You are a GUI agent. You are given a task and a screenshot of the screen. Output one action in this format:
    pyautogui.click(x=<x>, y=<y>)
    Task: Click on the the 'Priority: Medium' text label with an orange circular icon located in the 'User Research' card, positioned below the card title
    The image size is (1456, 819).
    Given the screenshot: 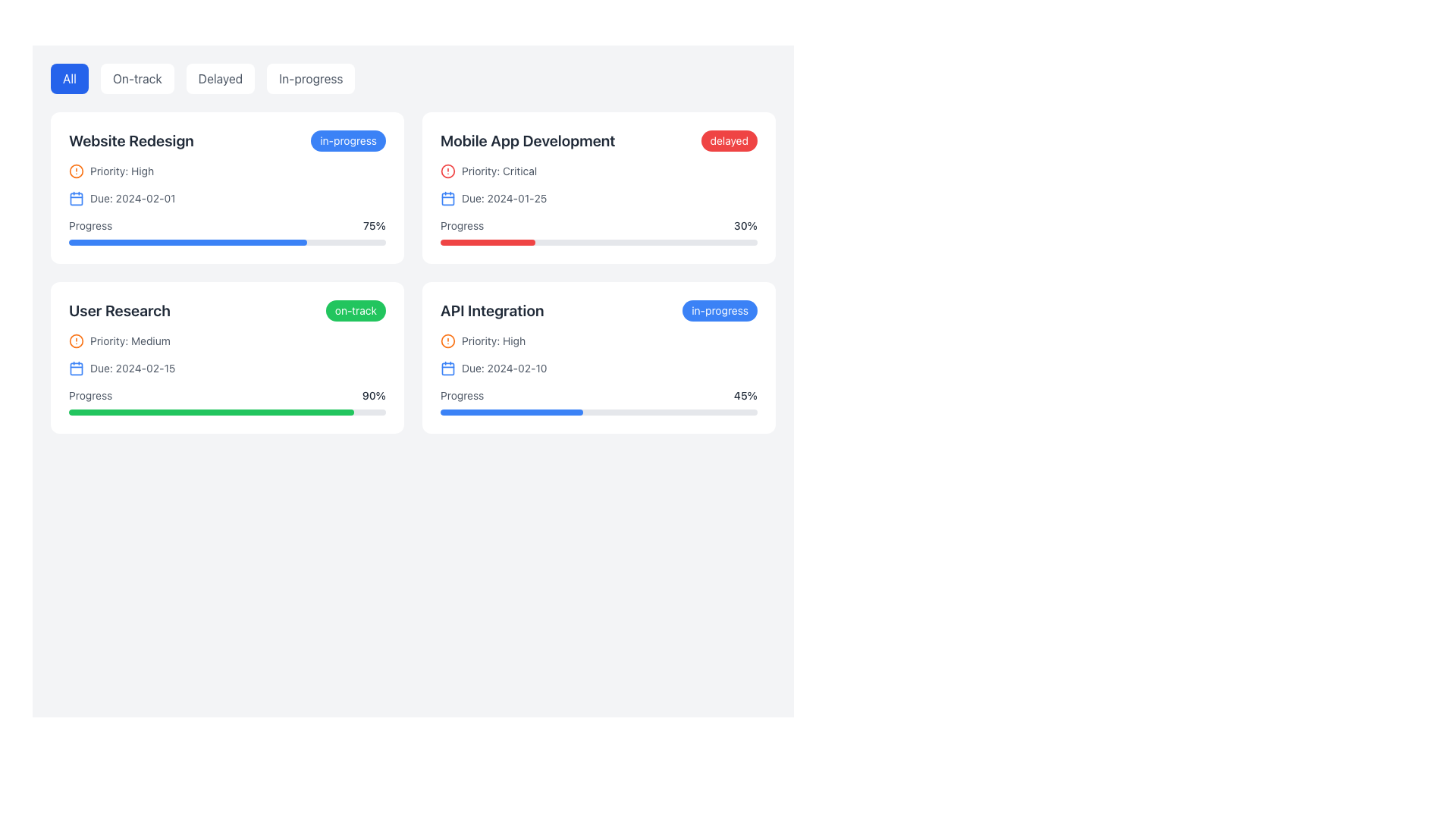 What is the action you would take?
    pyautogui.click(x=130, y=341)
    